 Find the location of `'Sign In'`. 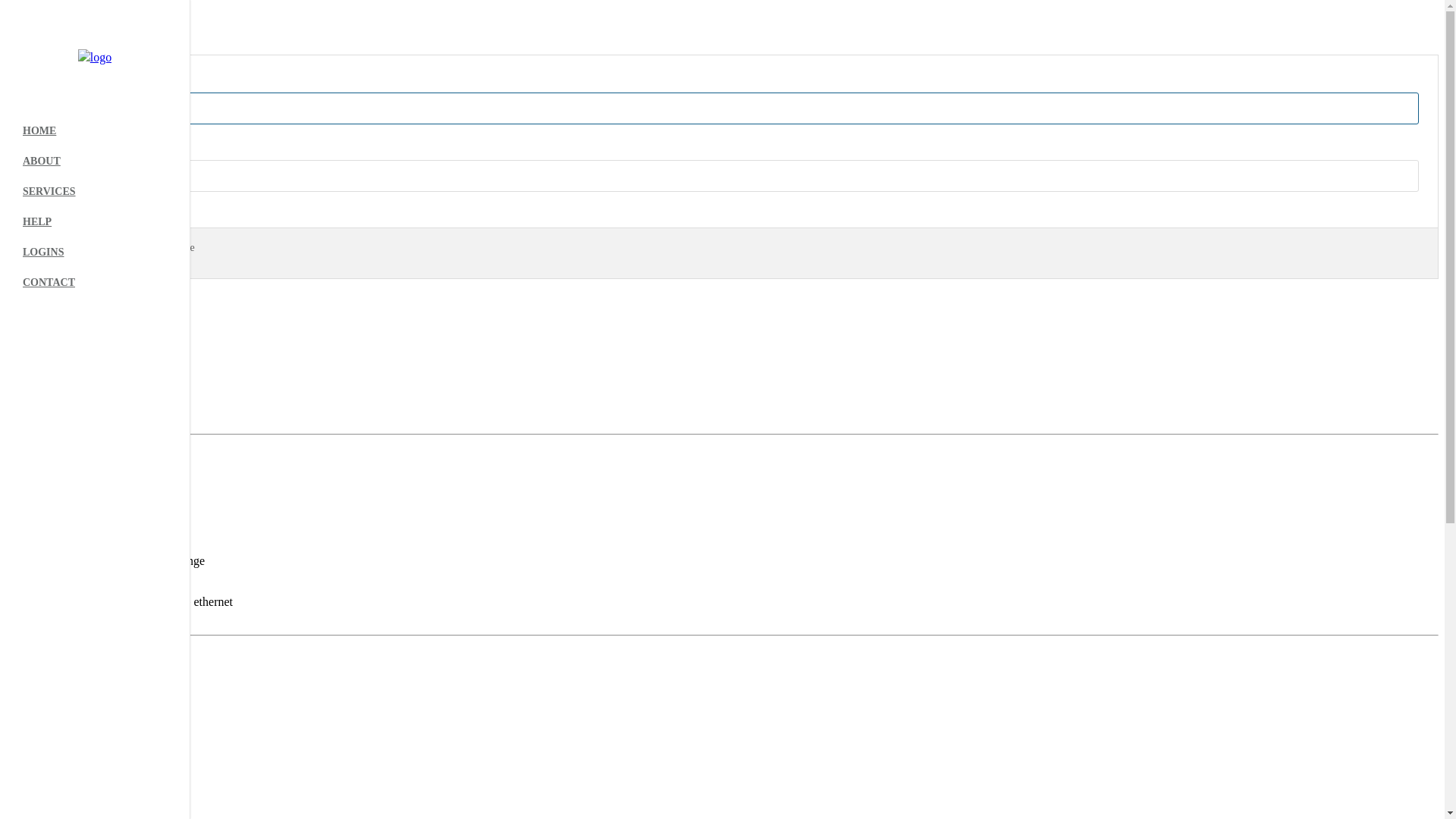

'Sign In' is located at coordinates (48, 251).